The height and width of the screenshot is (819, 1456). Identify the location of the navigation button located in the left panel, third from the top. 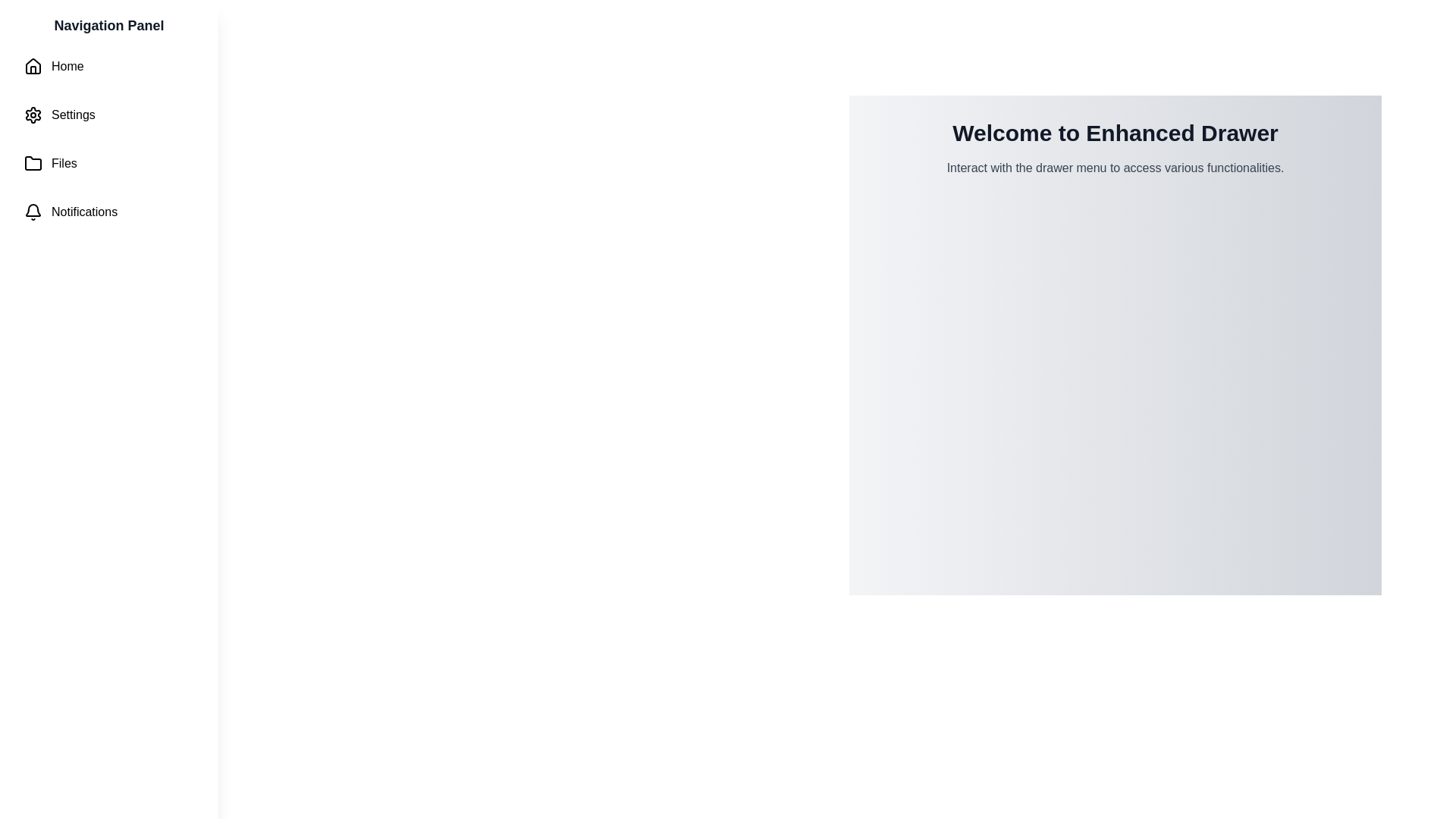
(108, 164).